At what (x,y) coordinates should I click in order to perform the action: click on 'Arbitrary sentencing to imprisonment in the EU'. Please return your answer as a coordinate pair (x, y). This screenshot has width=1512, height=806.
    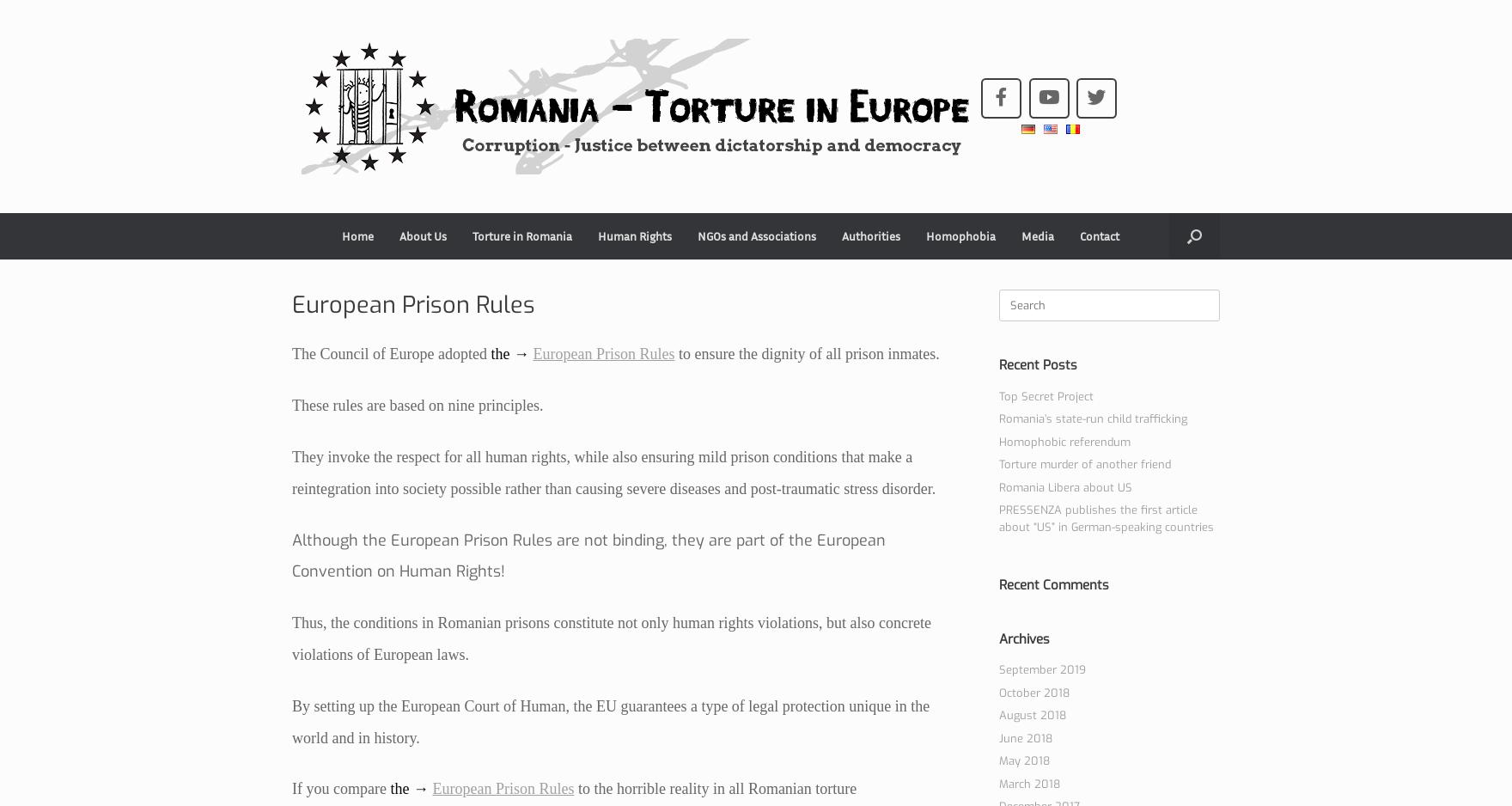
    Looking at the image, I should click on (533, 283).